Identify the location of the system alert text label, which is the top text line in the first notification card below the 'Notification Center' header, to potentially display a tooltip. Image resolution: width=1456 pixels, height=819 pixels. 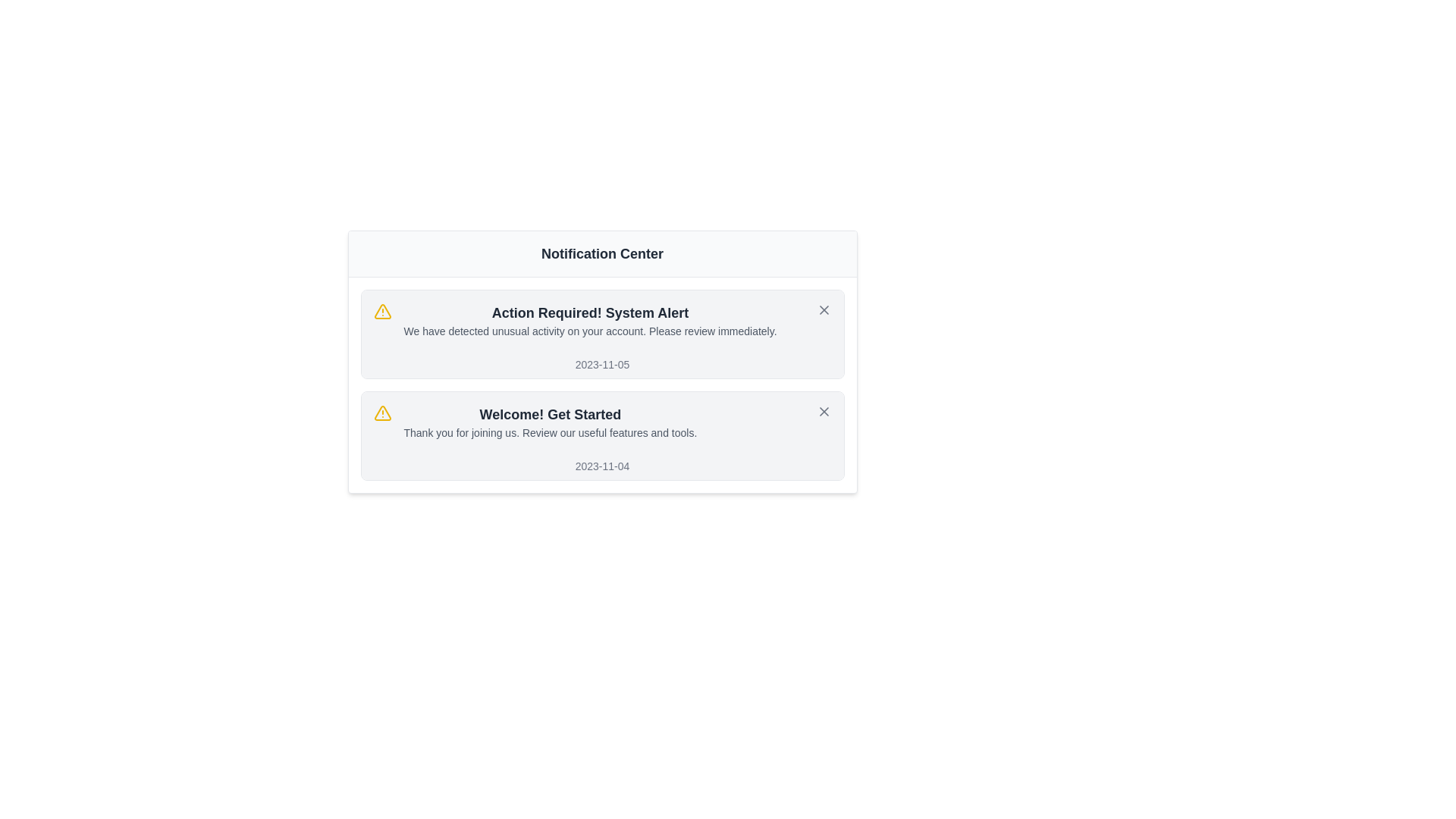
(589, 312).